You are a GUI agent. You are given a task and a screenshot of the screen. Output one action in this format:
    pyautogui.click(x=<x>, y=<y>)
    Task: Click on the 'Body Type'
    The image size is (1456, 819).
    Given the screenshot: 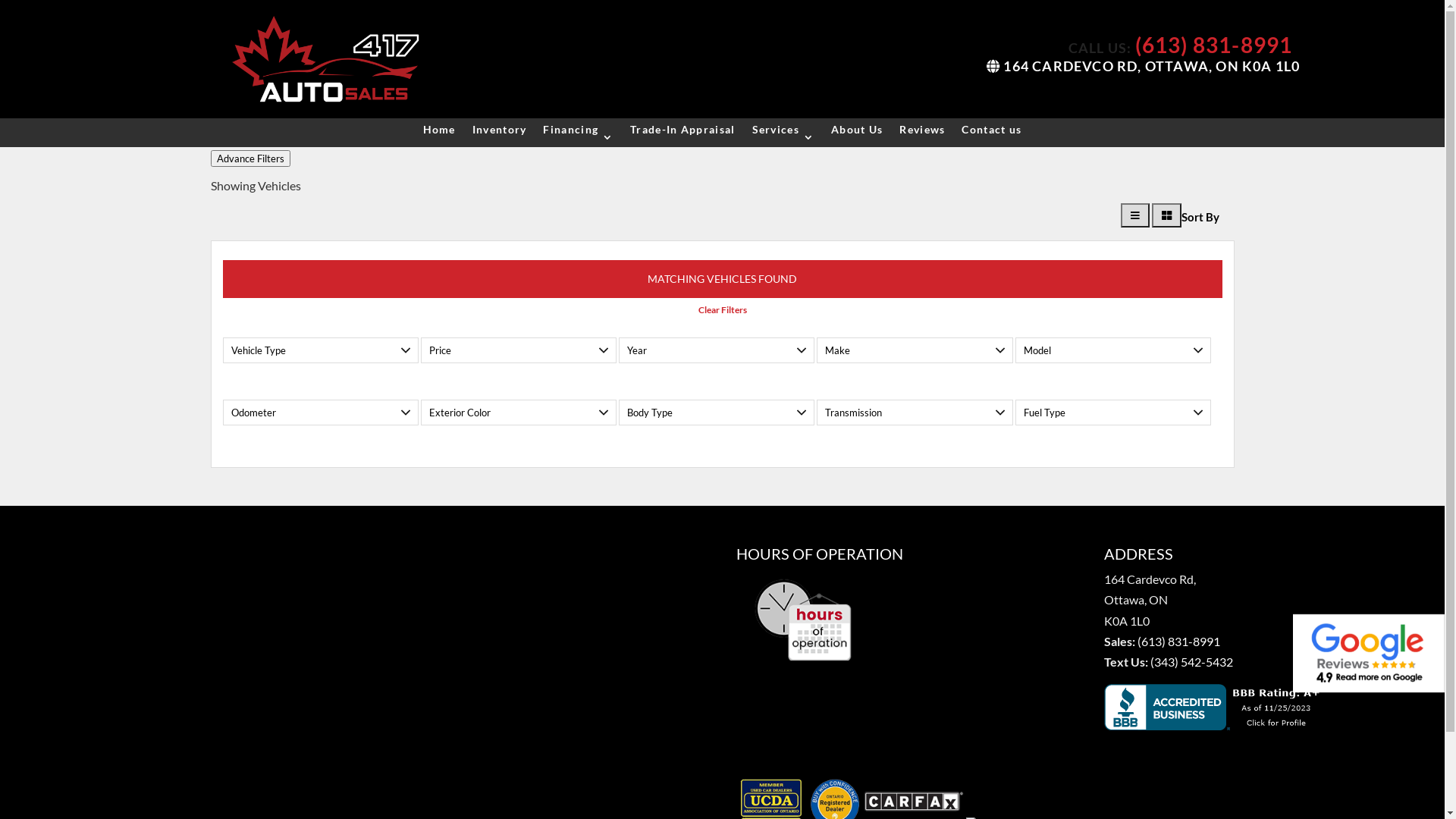 What is the action you would take?
    pyautogui.click(x=716, y=412)
    